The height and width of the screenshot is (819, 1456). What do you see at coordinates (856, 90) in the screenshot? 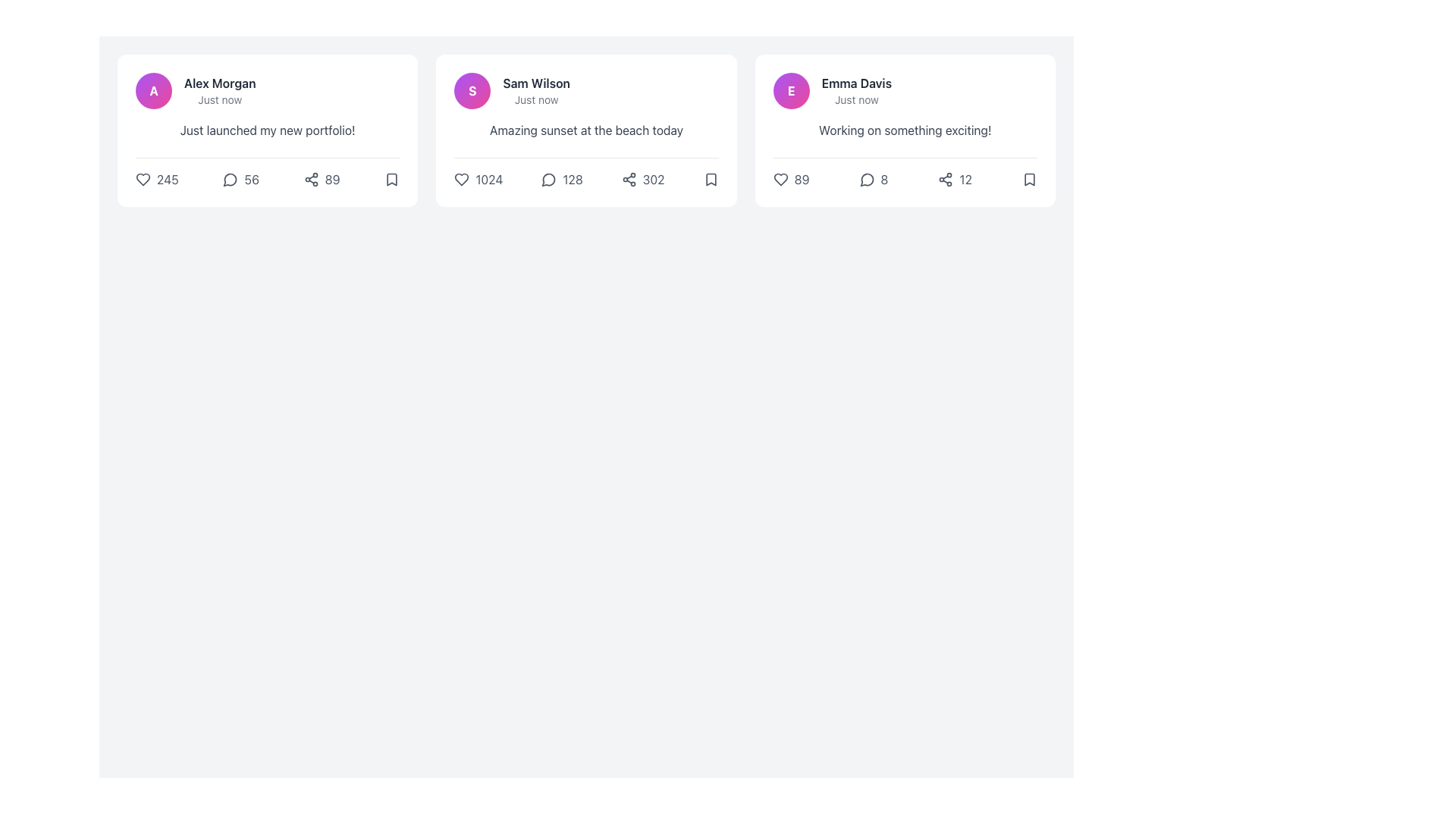
I see `the label displaying 'Emma Davis'` at bounding box center [856, 90].